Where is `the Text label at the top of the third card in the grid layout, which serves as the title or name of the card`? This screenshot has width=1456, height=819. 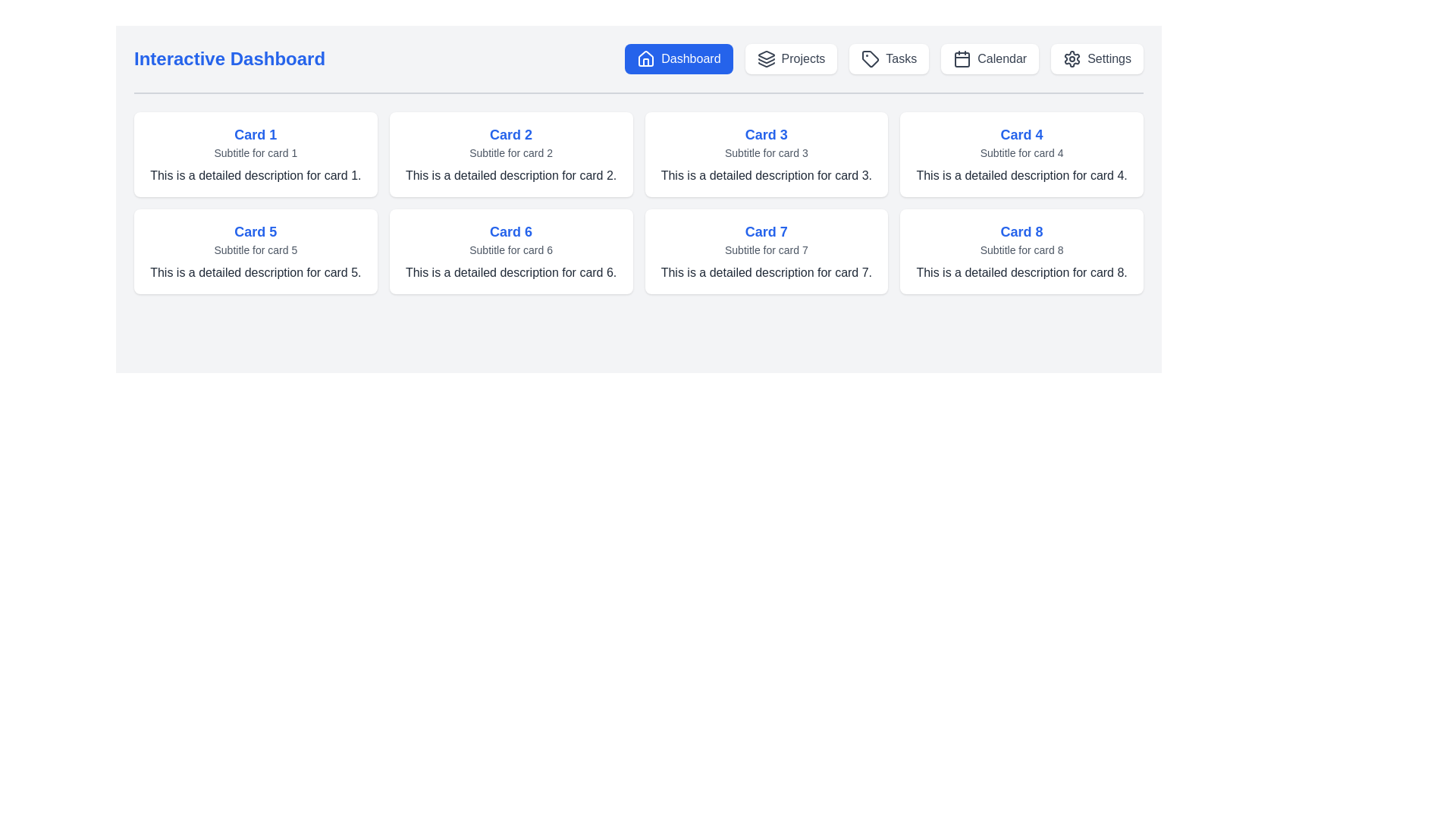
the Text label at the top of the third card in the grid layout, which serves as the title or name of the card is located at coordinates (766, 133).